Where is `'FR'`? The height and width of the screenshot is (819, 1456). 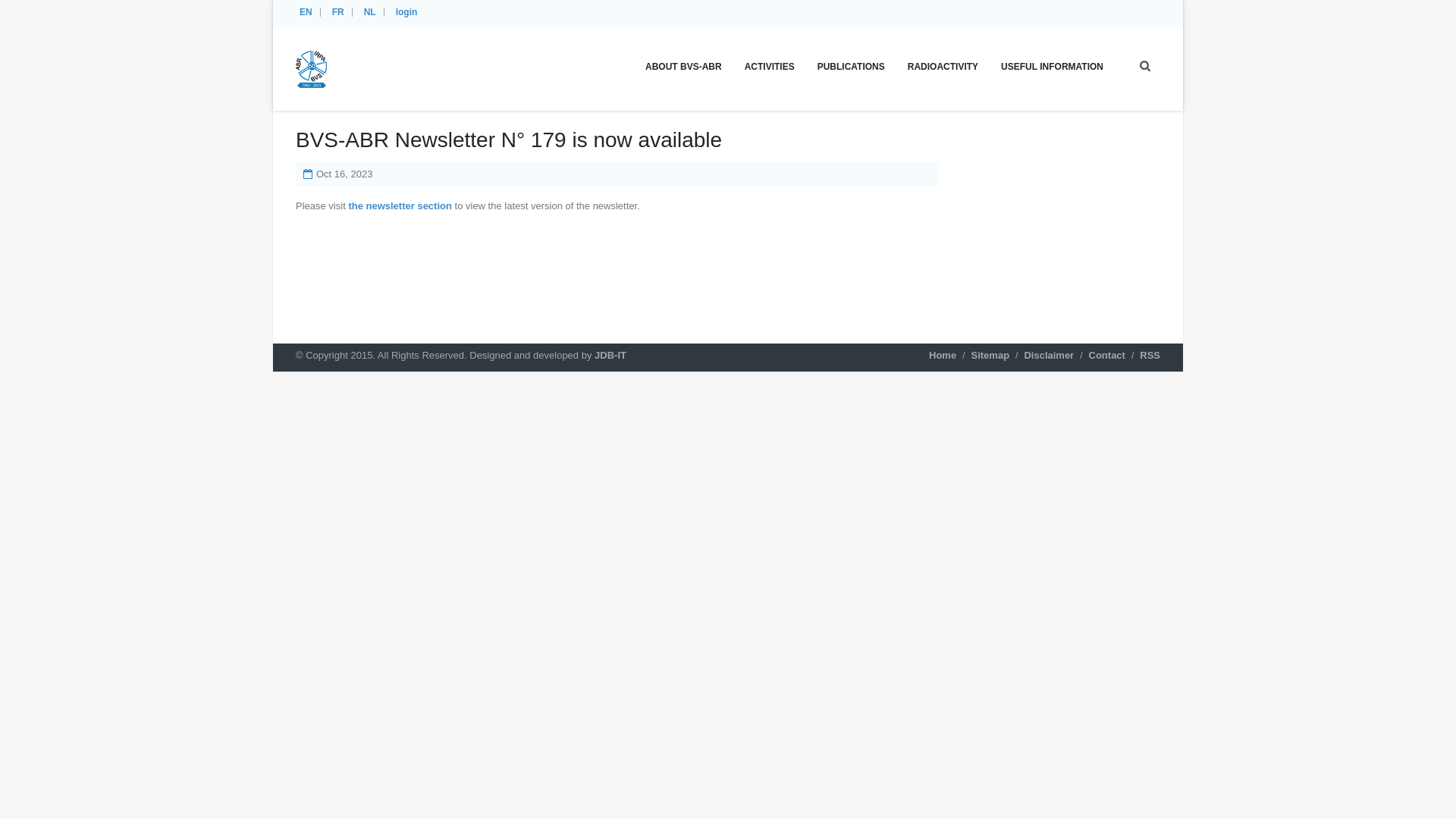 'FR' is located at coordinates (340, 11).